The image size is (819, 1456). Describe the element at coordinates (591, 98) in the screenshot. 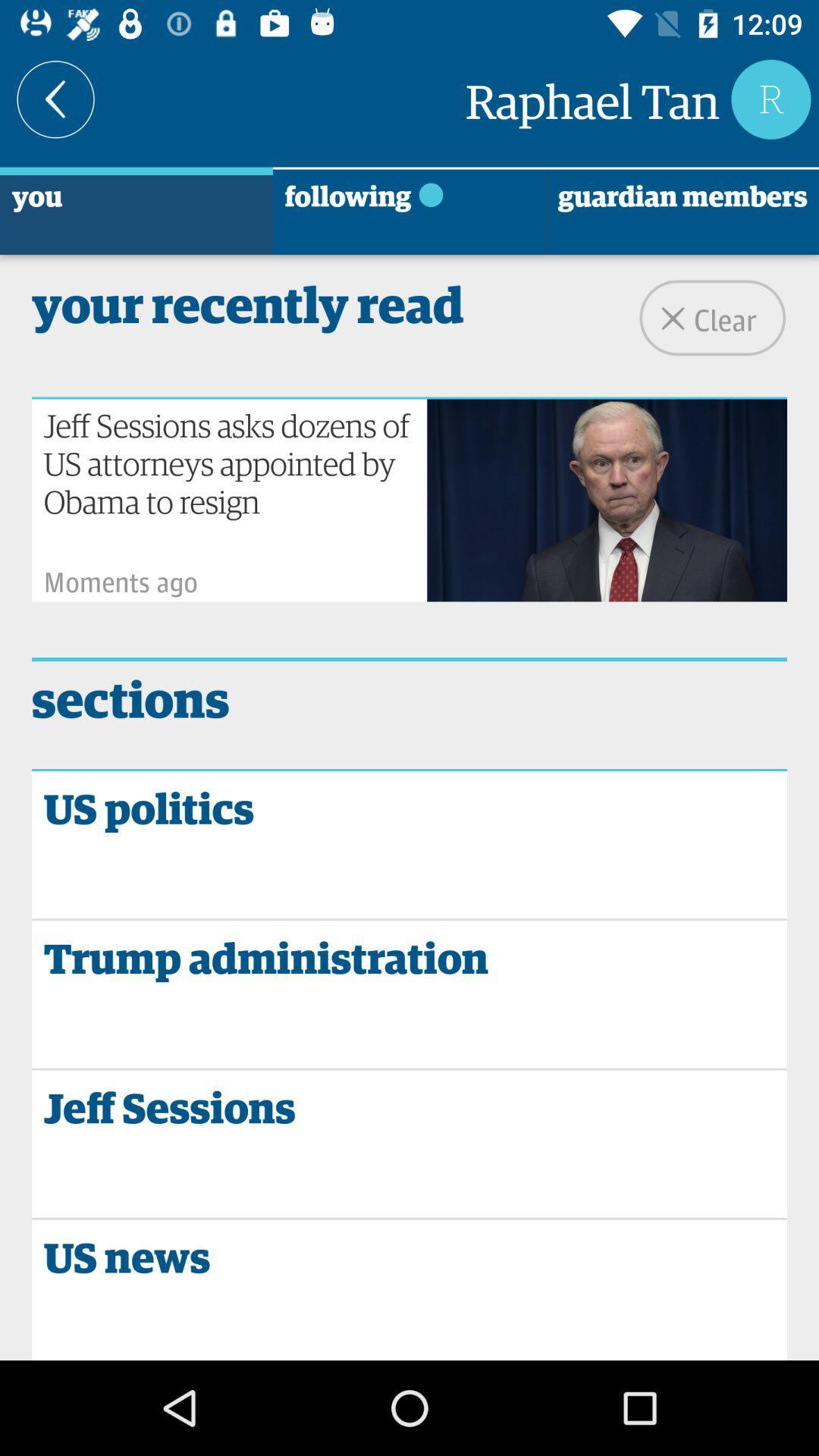

I see `the raphael tan icon` at that location.